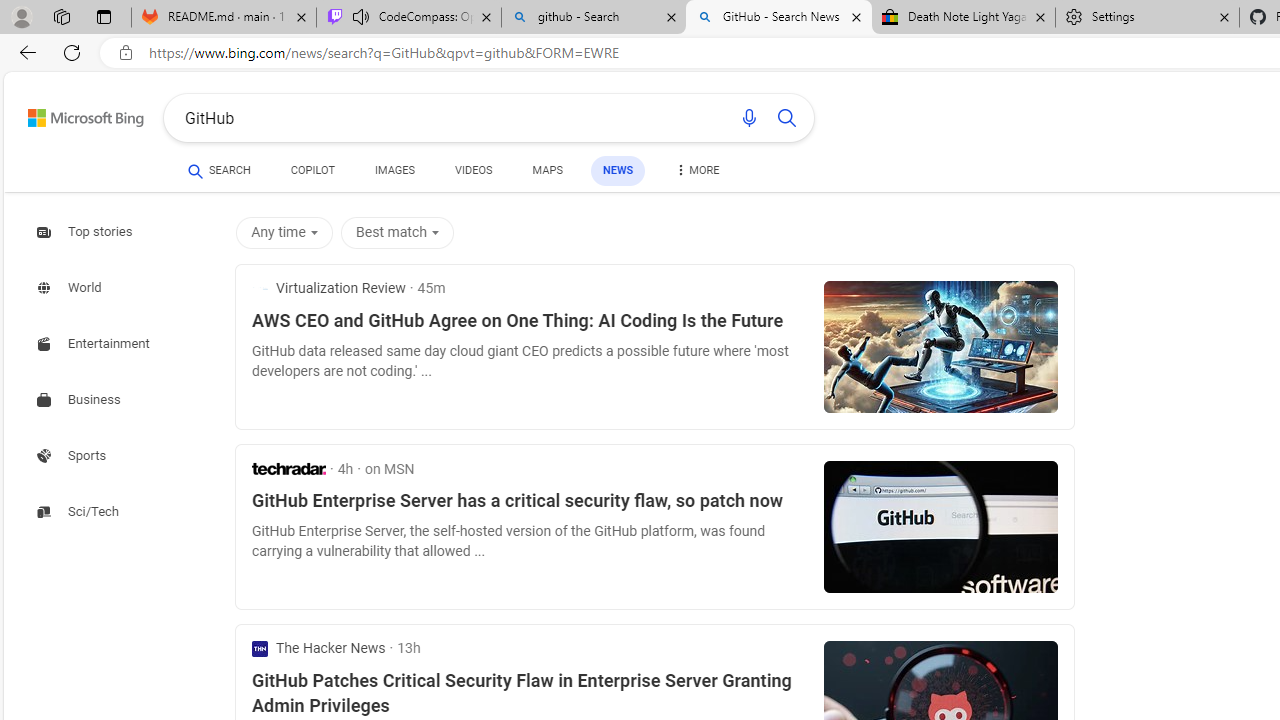 The image size is (1280, 720). Describe the element at coordinates (311, 170) in the screenshot. I see `'COPILOT'` at that location.